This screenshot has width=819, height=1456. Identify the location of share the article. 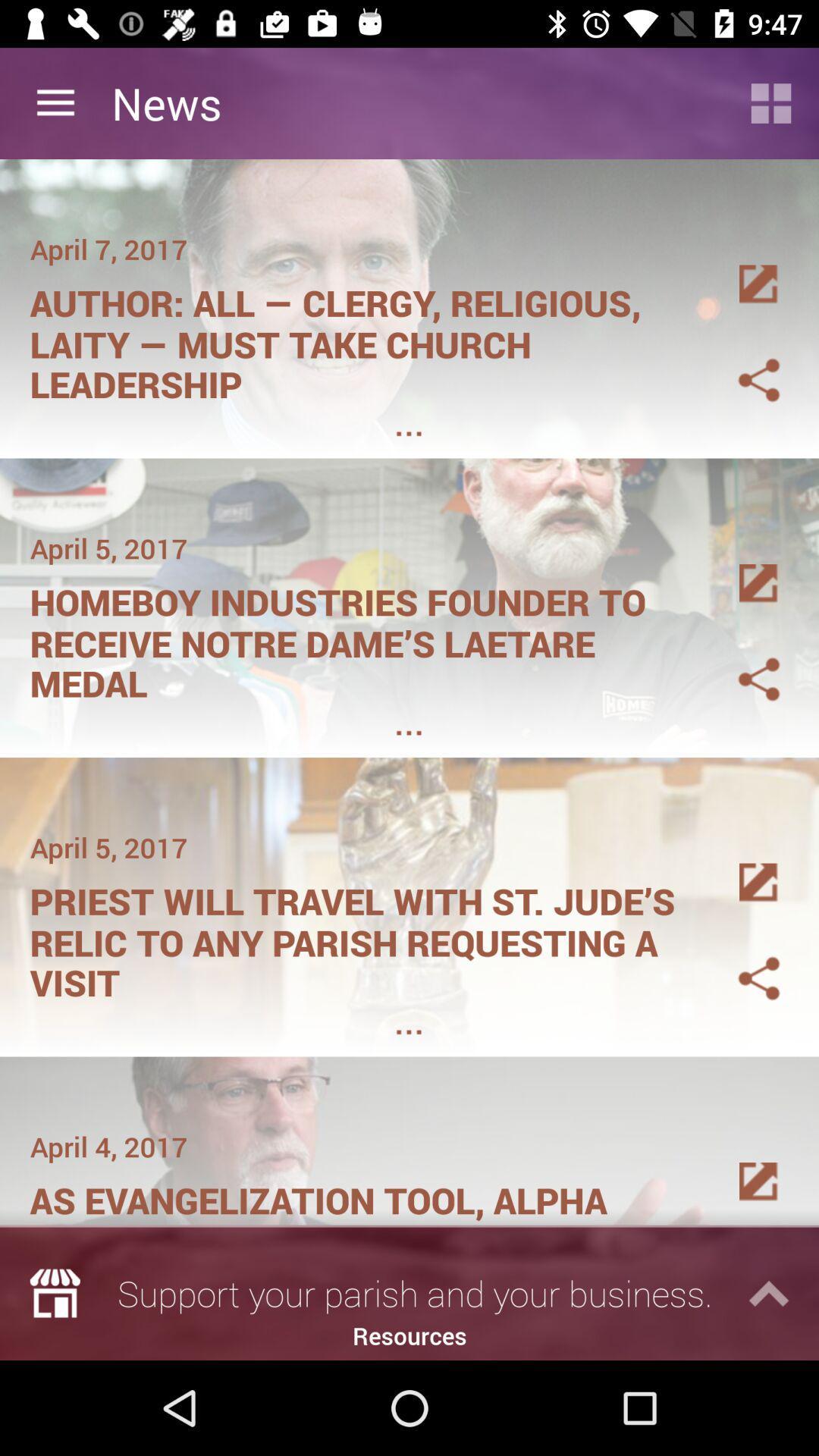
(740, 361).